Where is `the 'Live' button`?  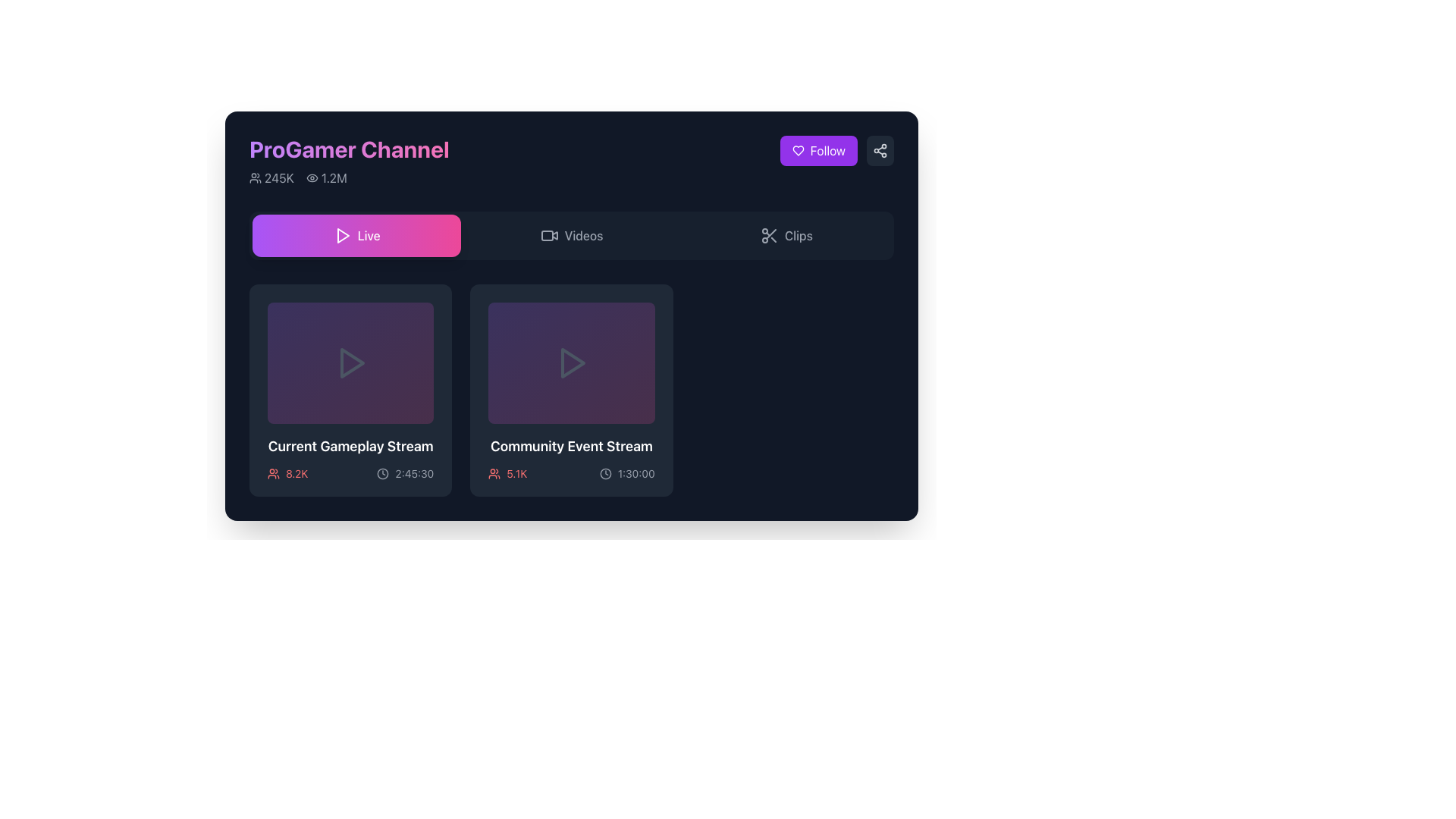
the 'Live' button is located at coordinates (356, 236).